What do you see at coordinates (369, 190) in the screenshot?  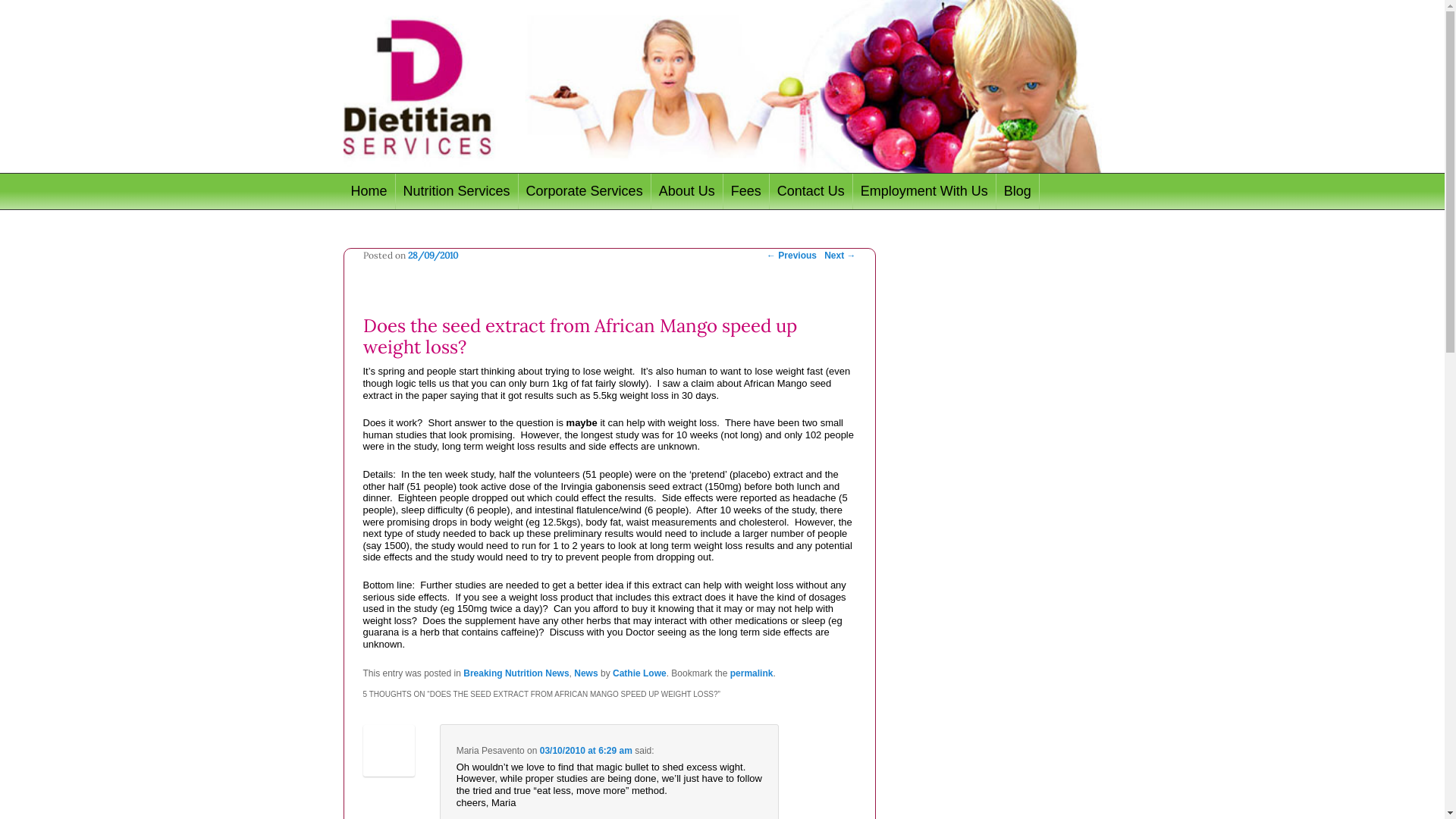 I see `'Home'` at bounding box center [369, 190].